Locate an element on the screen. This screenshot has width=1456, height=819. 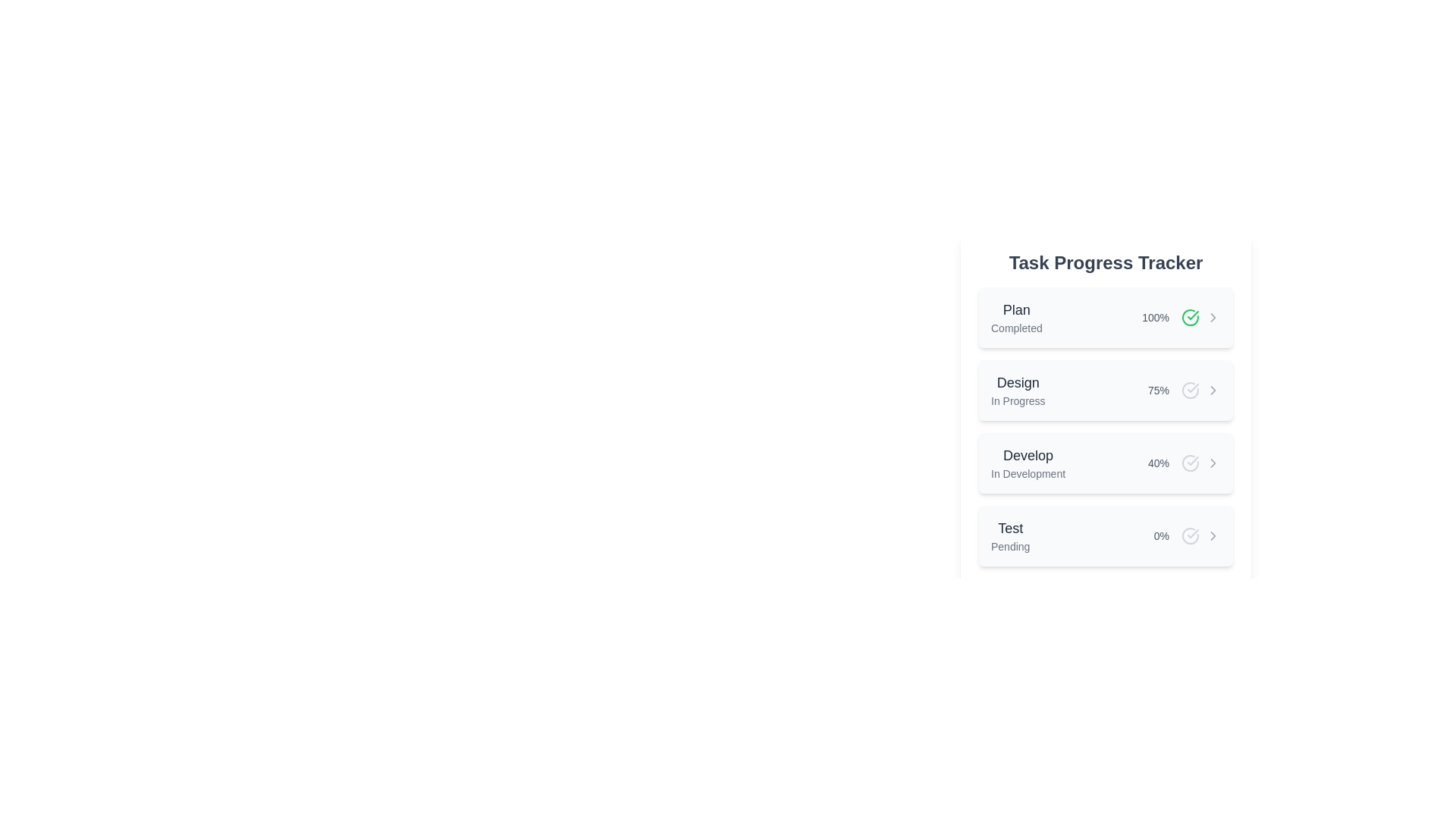
the 'Design' task title label in the 'Task Progress Tracker' interface, which is positioned in the second card above the 'In Progress' status text is located at coordinates (1018, 382).